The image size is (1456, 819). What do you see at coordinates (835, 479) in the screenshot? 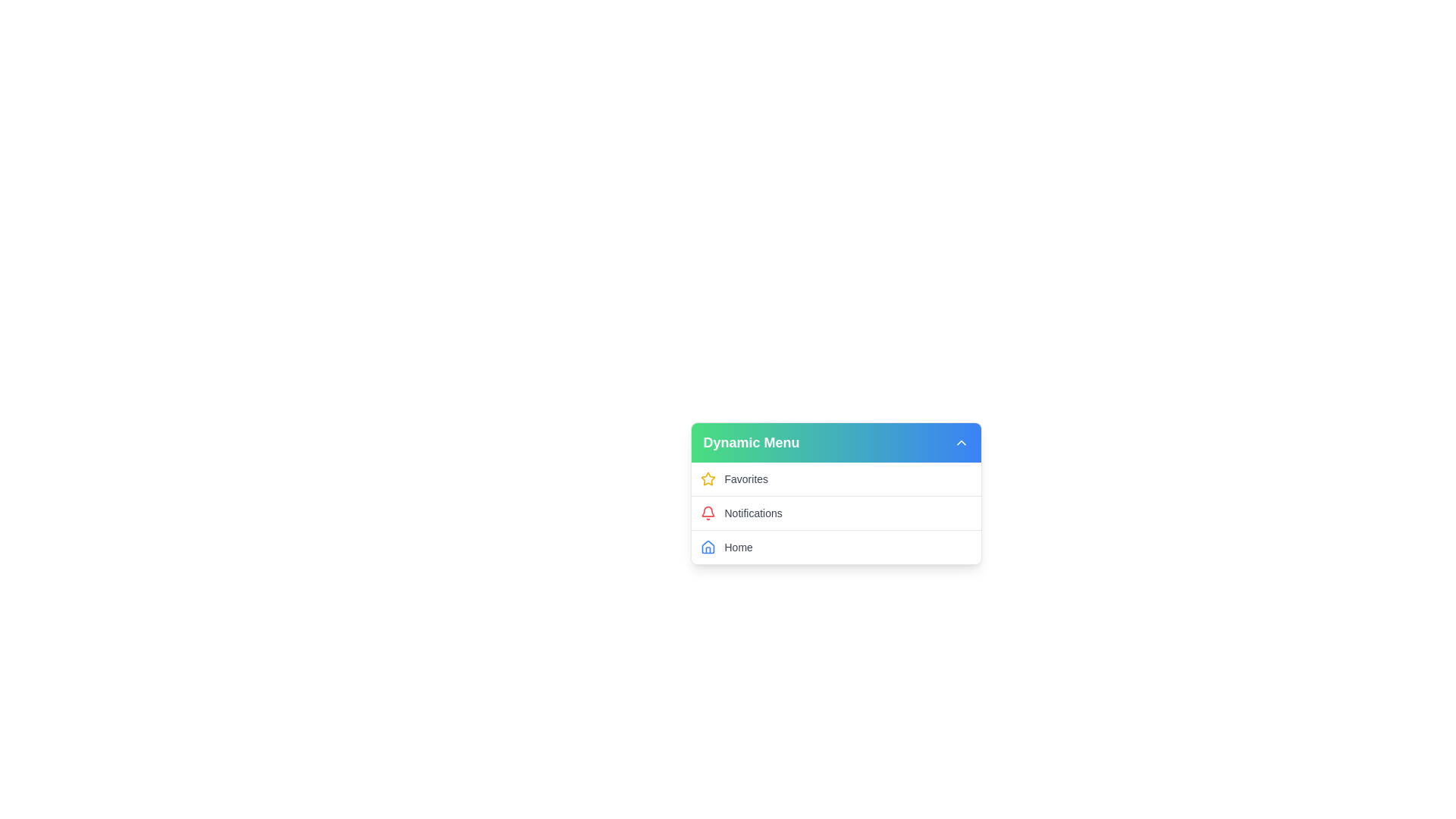
I see `the menu item labeled Favorites` at bounding box center [835, 479].